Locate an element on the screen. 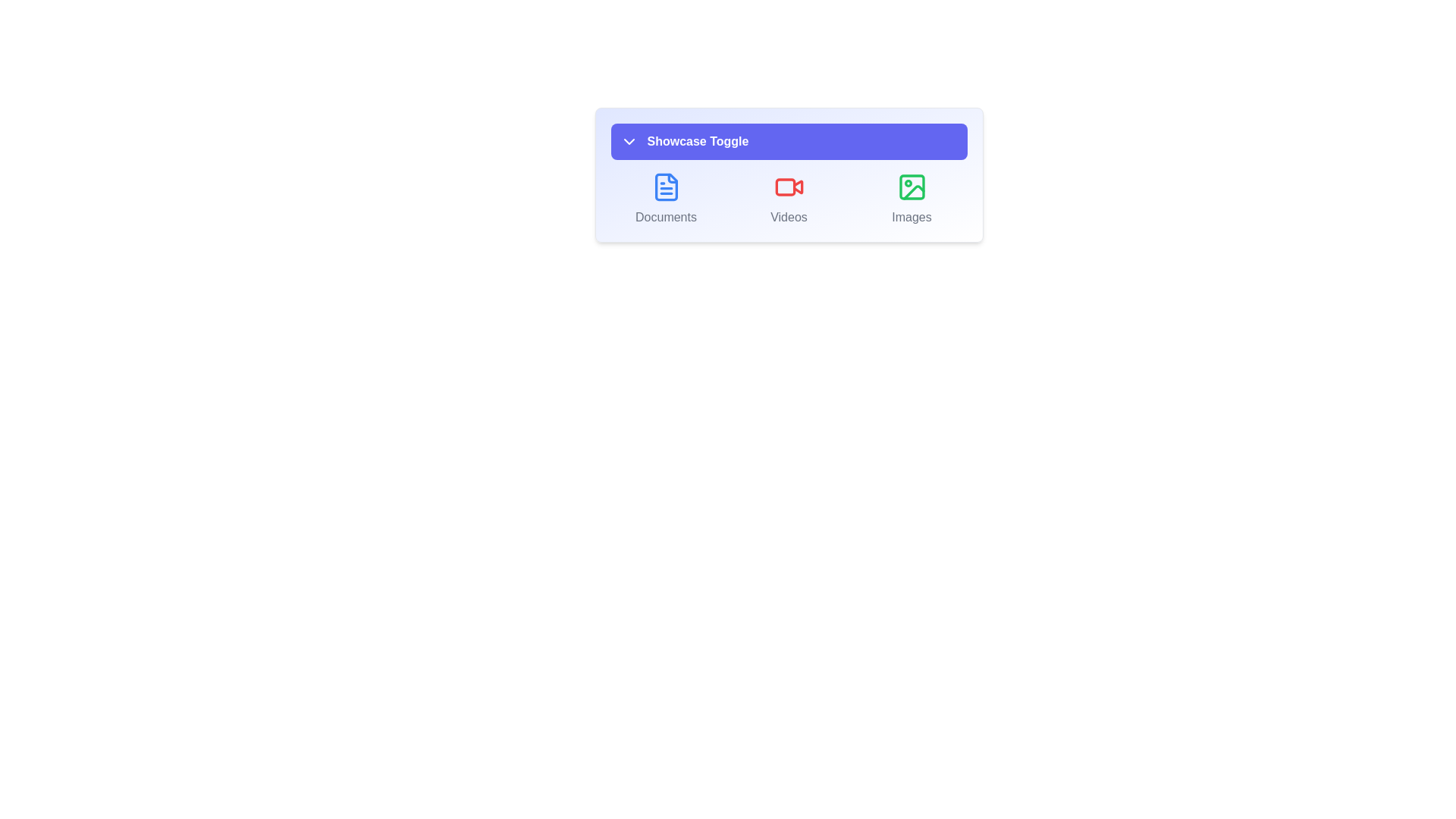  the 'Documents', 'Videos', or 'Images' section icons or labels in the grid layout is located at coordinates (789, 198).